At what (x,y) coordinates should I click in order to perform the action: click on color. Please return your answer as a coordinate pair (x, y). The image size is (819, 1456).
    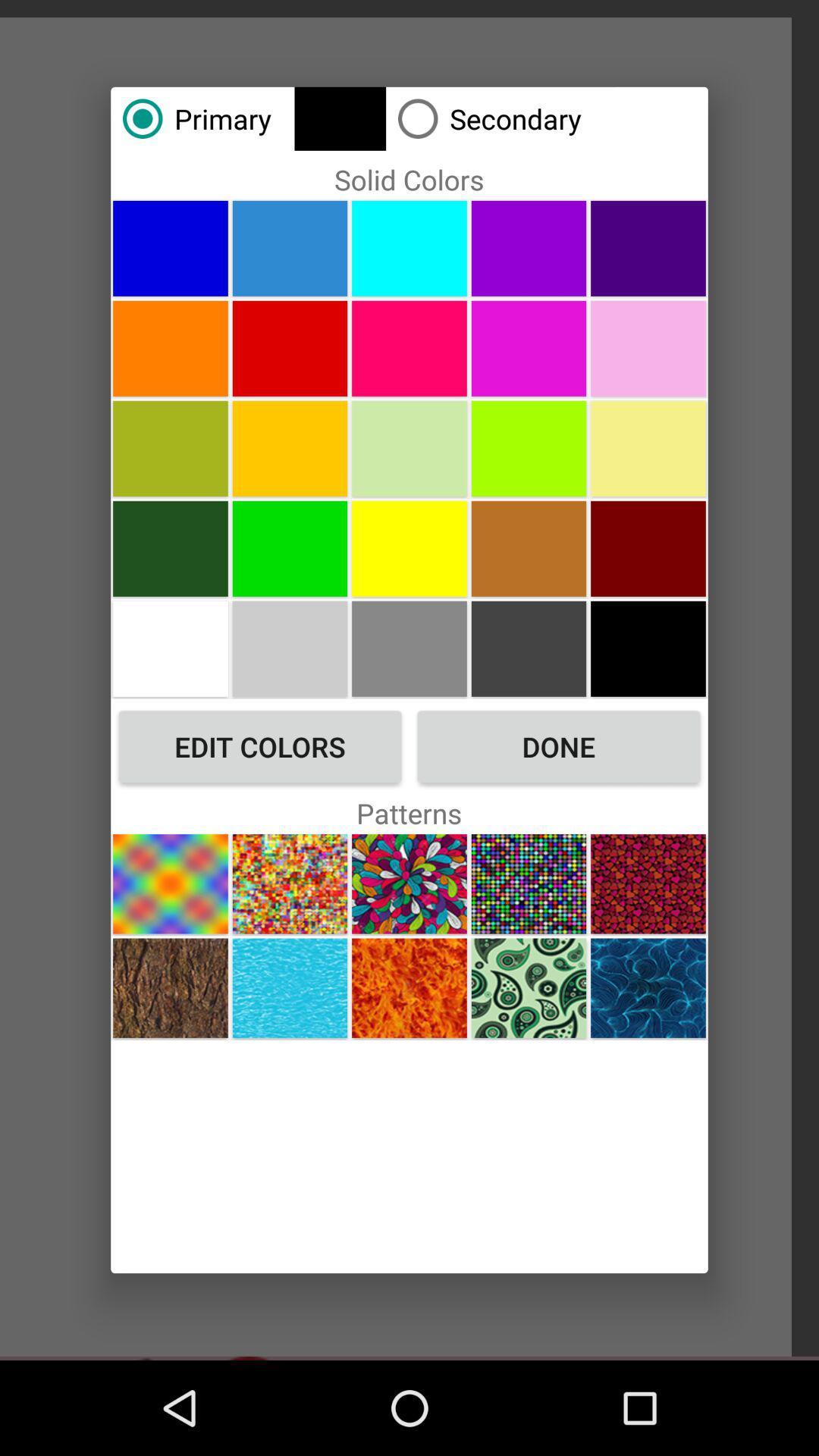
    Looking at the image, I should click on (648, 548).